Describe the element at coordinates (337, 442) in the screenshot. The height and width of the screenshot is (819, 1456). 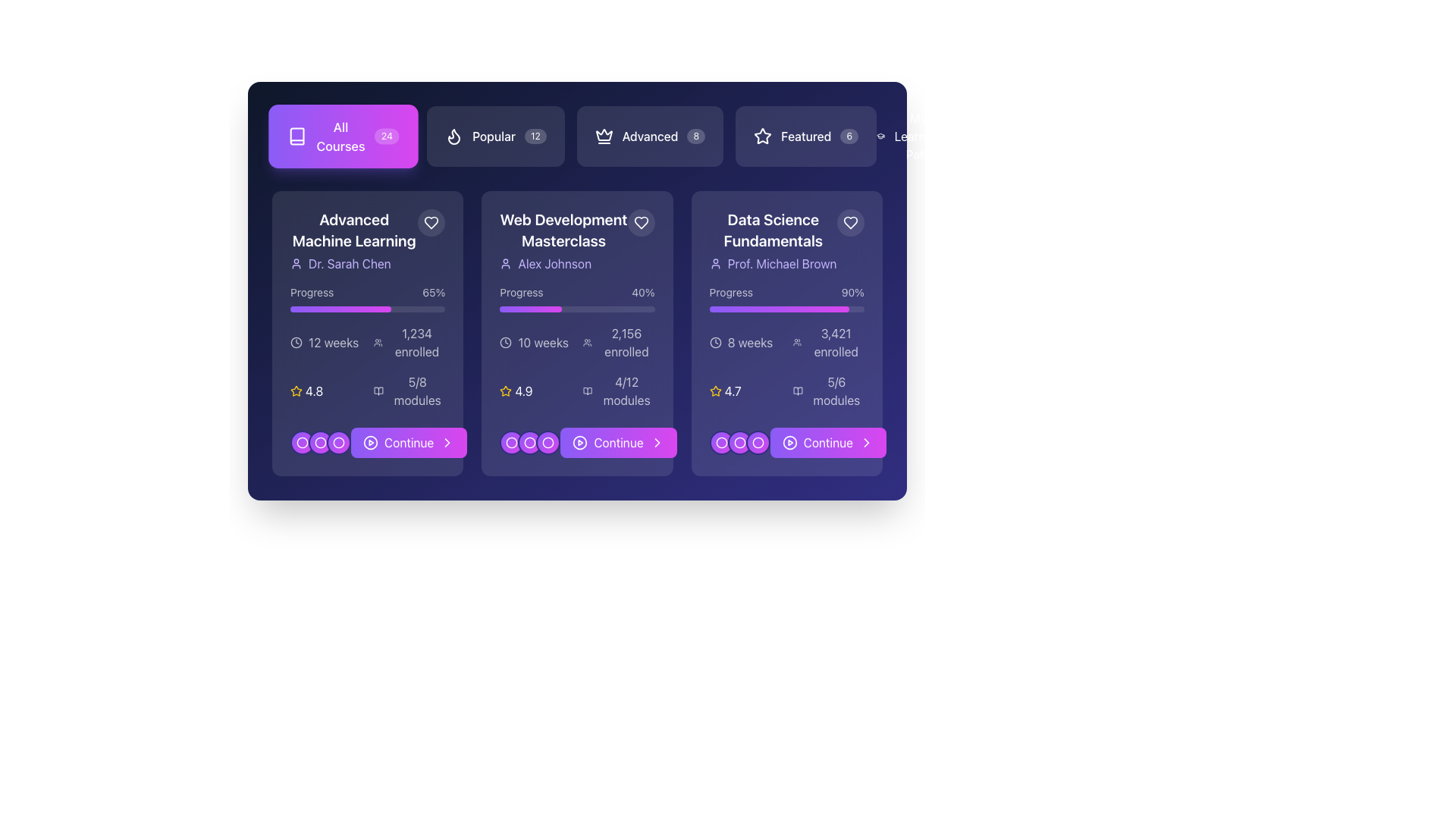
I see `the first circular button with a white icon and gradient-colored border located at the bottom left of the 'Advanced Machine Learning' course card` at that location.